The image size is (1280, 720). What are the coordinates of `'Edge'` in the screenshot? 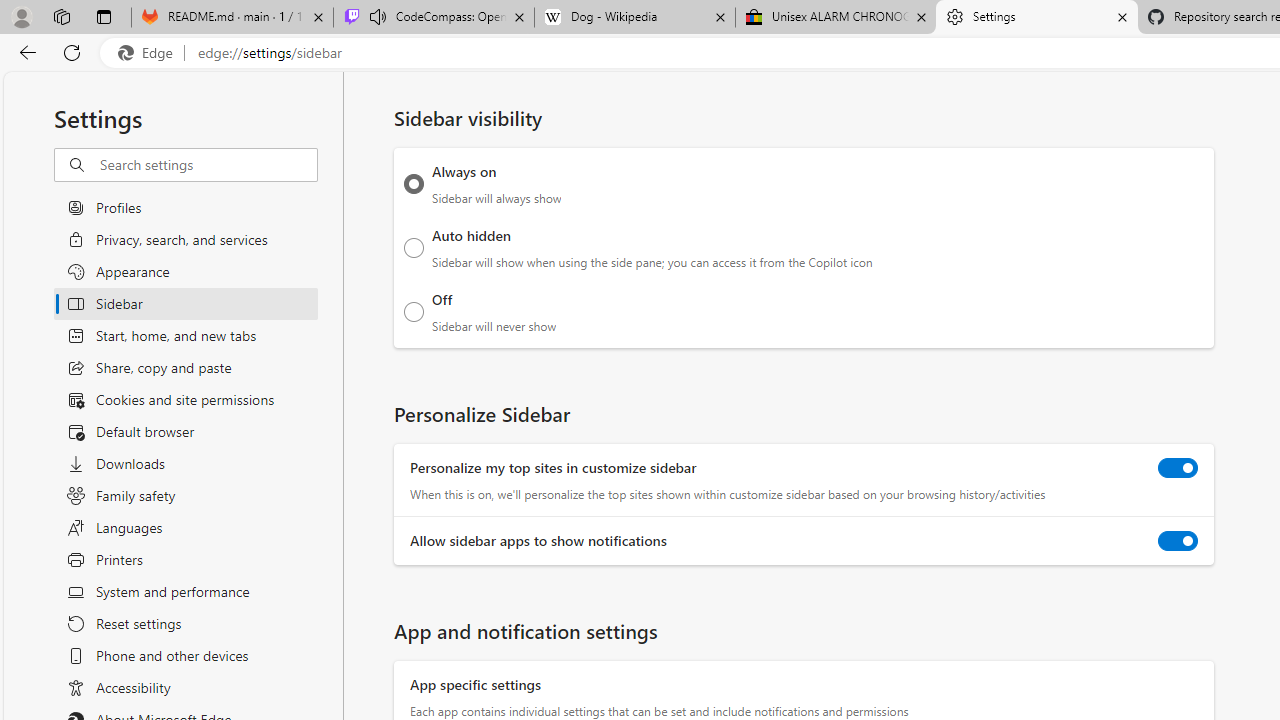 It's located at (149, 52).